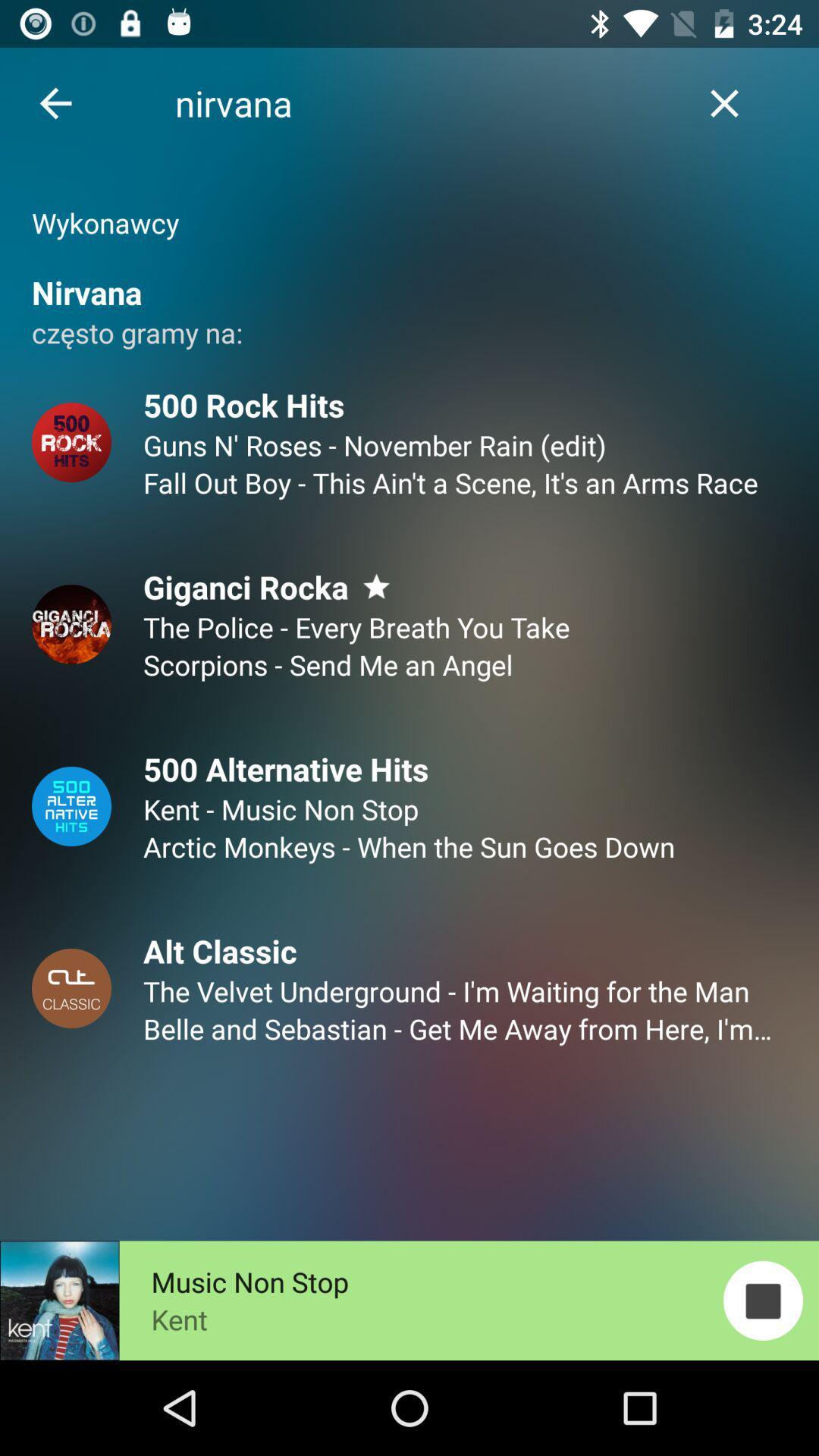 The height and width of the screenshot is (1456, 819). I want to click on the item below belle and sebastian icon, so click(763, 1300).